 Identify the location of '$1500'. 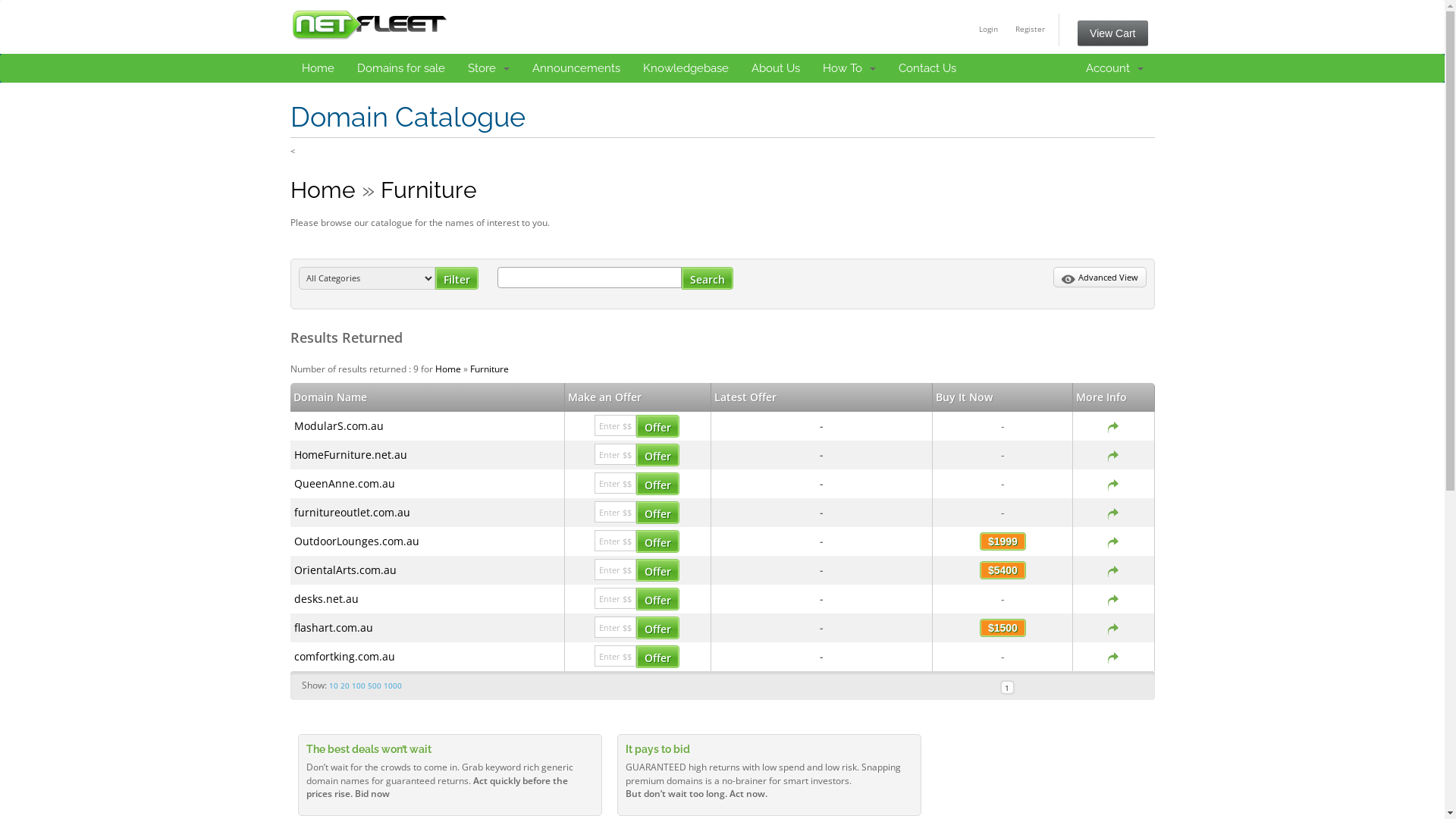
(979, 628).